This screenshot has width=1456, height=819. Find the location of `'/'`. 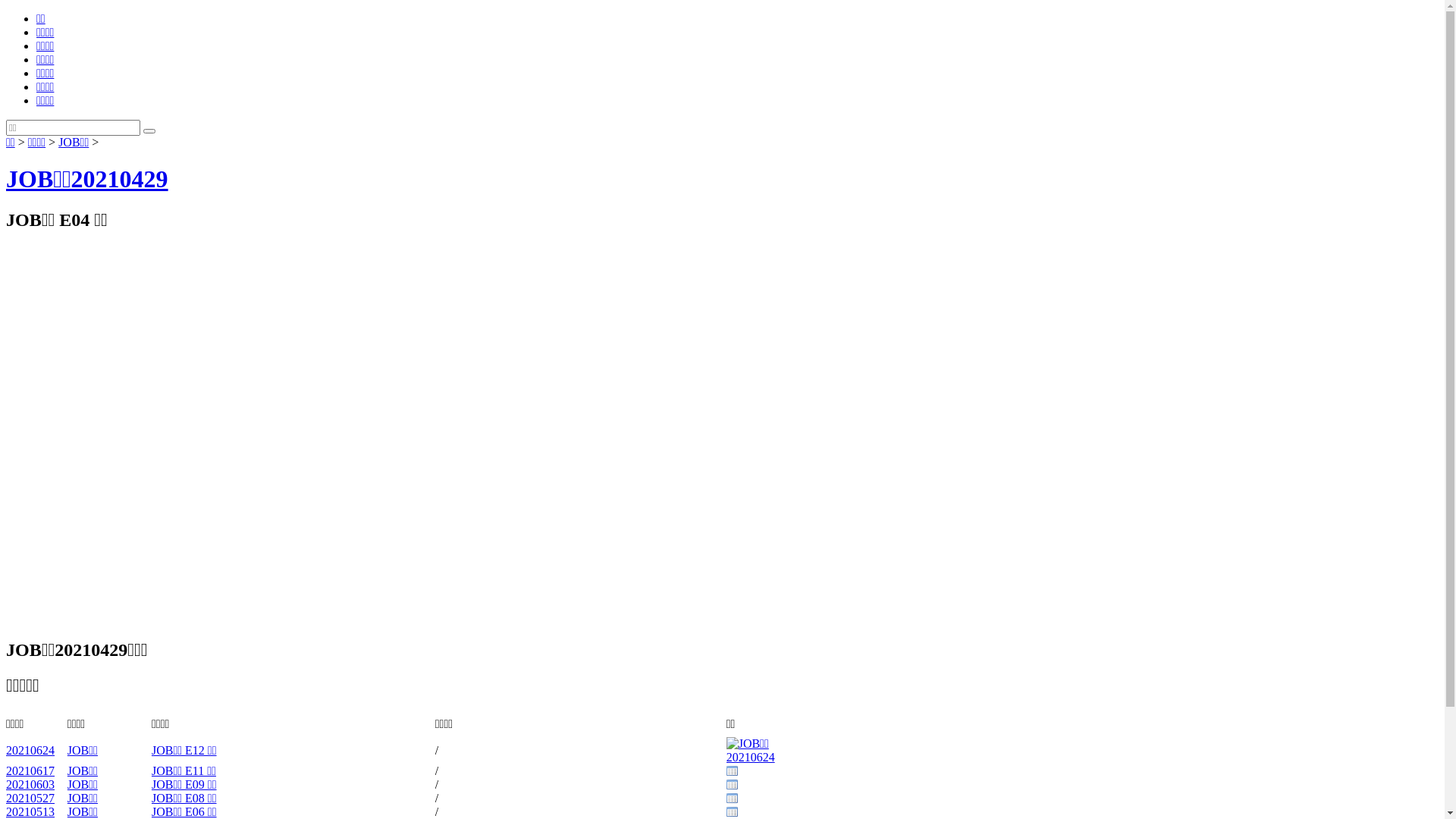

'/' is located at coordinates (436, 811).